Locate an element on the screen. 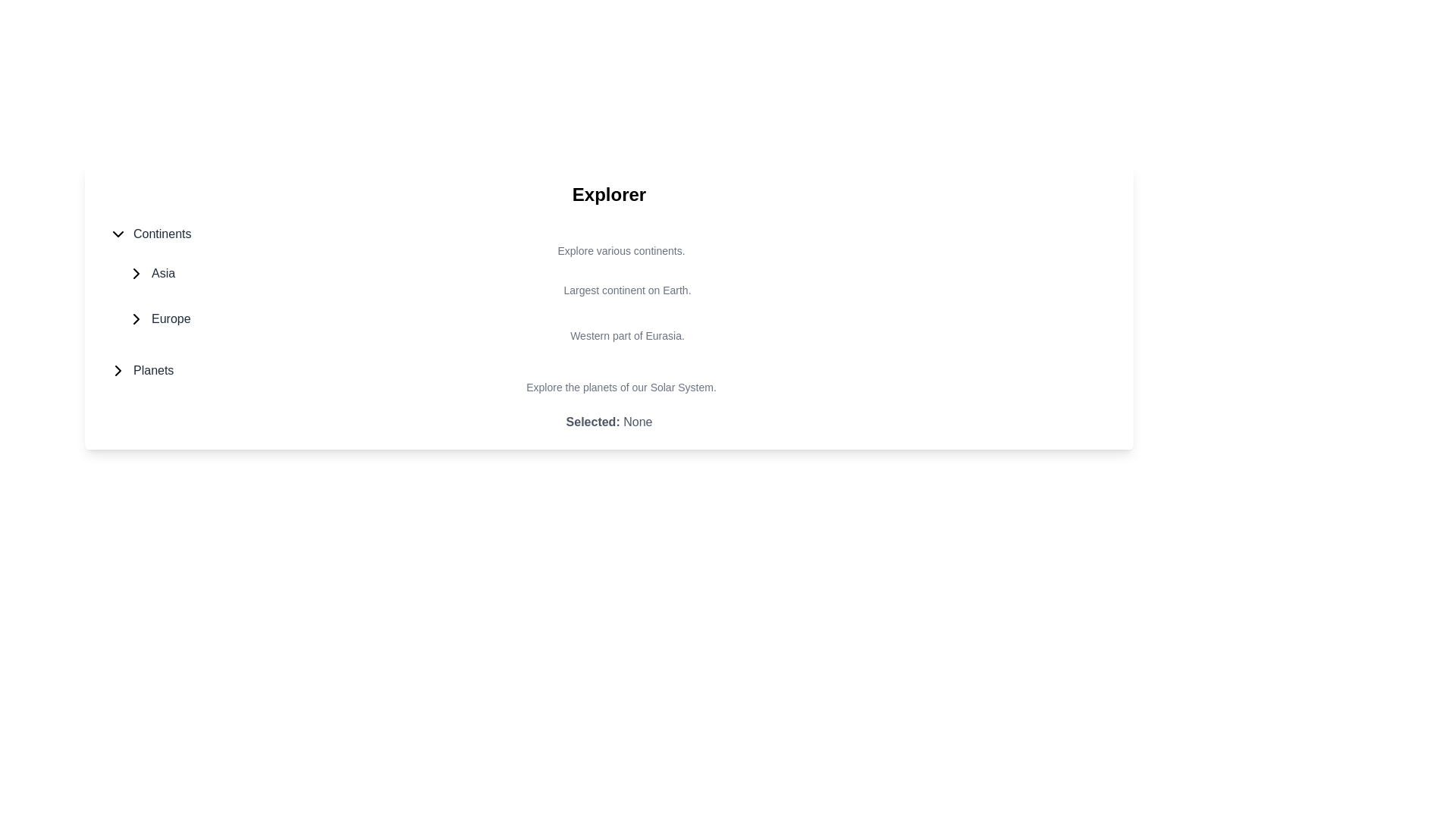 The height and width of the screenshot is (819, 1456). the static text label displaying 'Explore the planets of our Solar System.' which is positioned below the heading 'Planets' is located at coordinates (609, 386).